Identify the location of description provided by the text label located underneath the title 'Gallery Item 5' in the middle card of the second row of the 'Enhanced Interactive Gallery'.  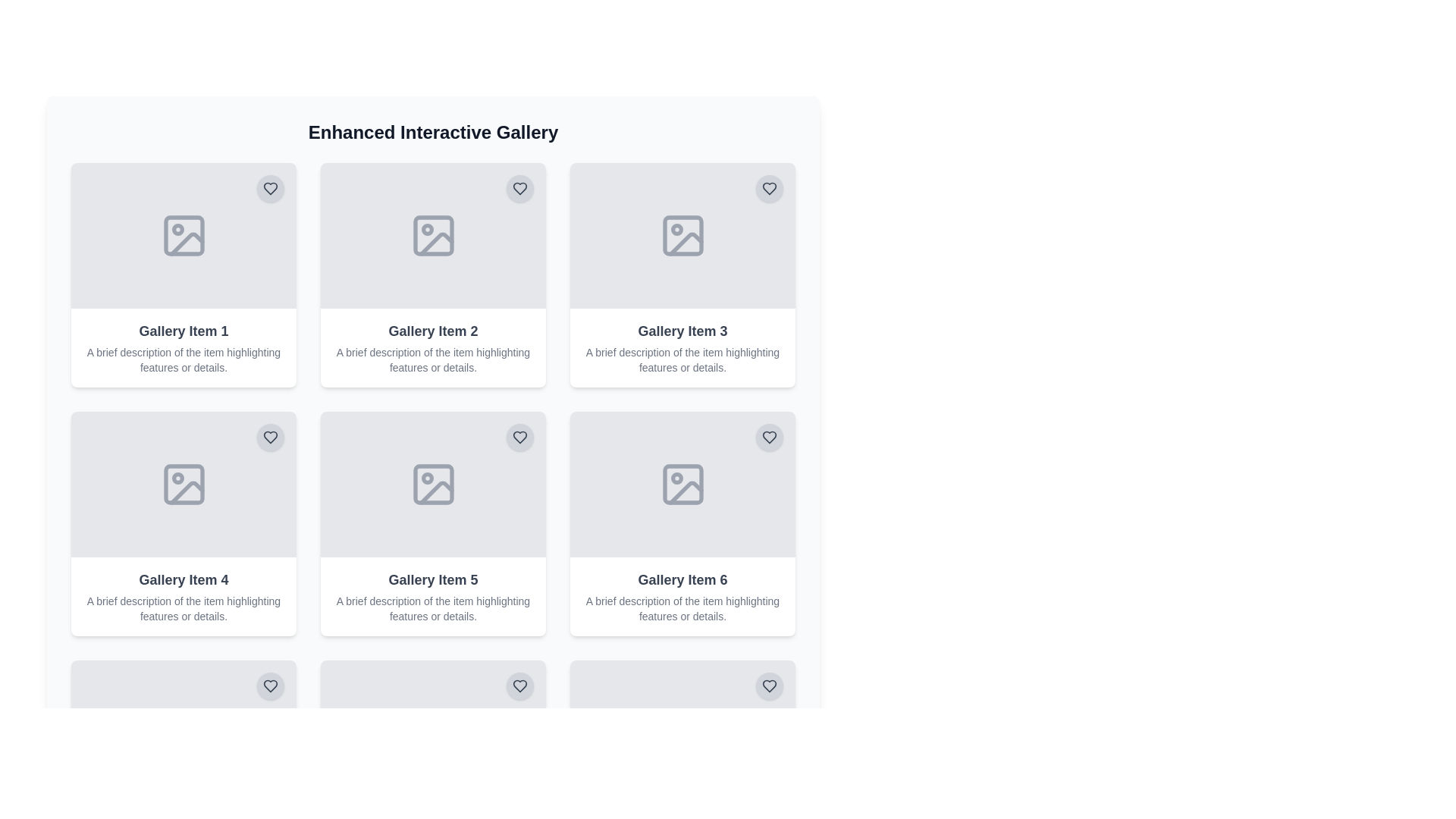
(432, 607).